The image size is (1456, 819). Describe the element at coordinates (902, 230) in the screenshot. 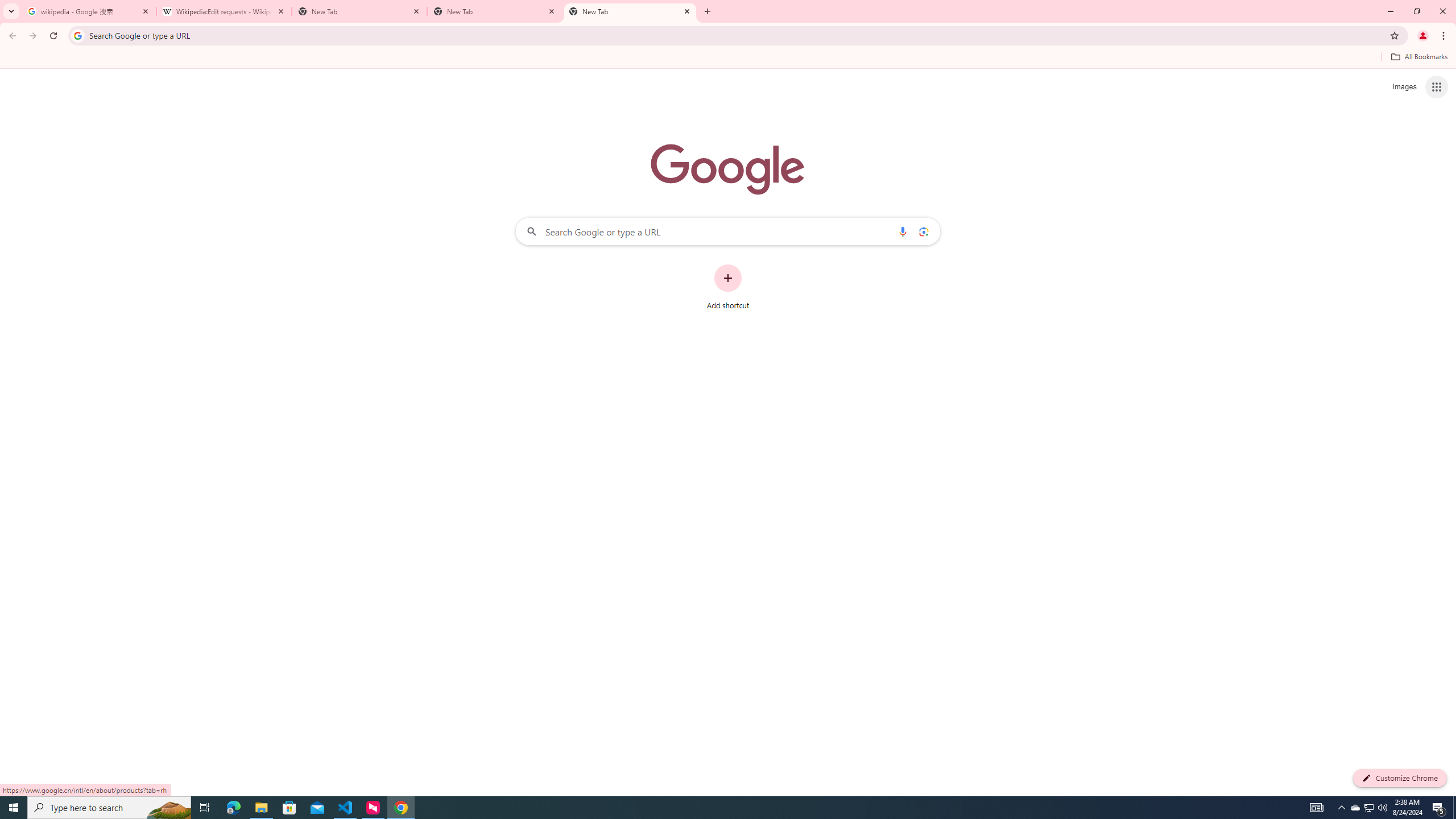

I see `'Search by voice'` at that location.